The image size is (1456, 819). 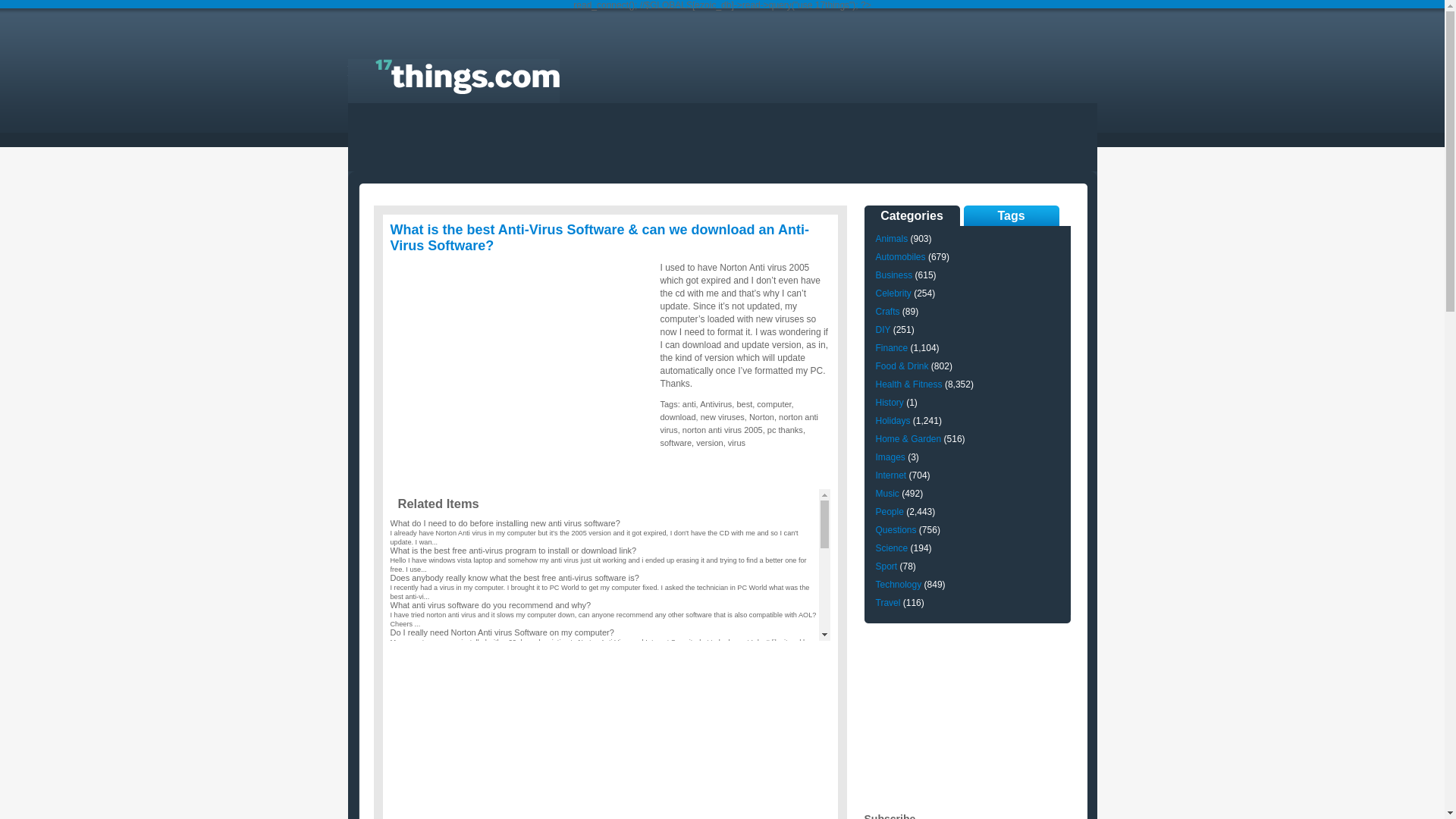 I want to click on 'Do I really need Norton Anti virus Software on my computer?', so click(x=501, y=632).